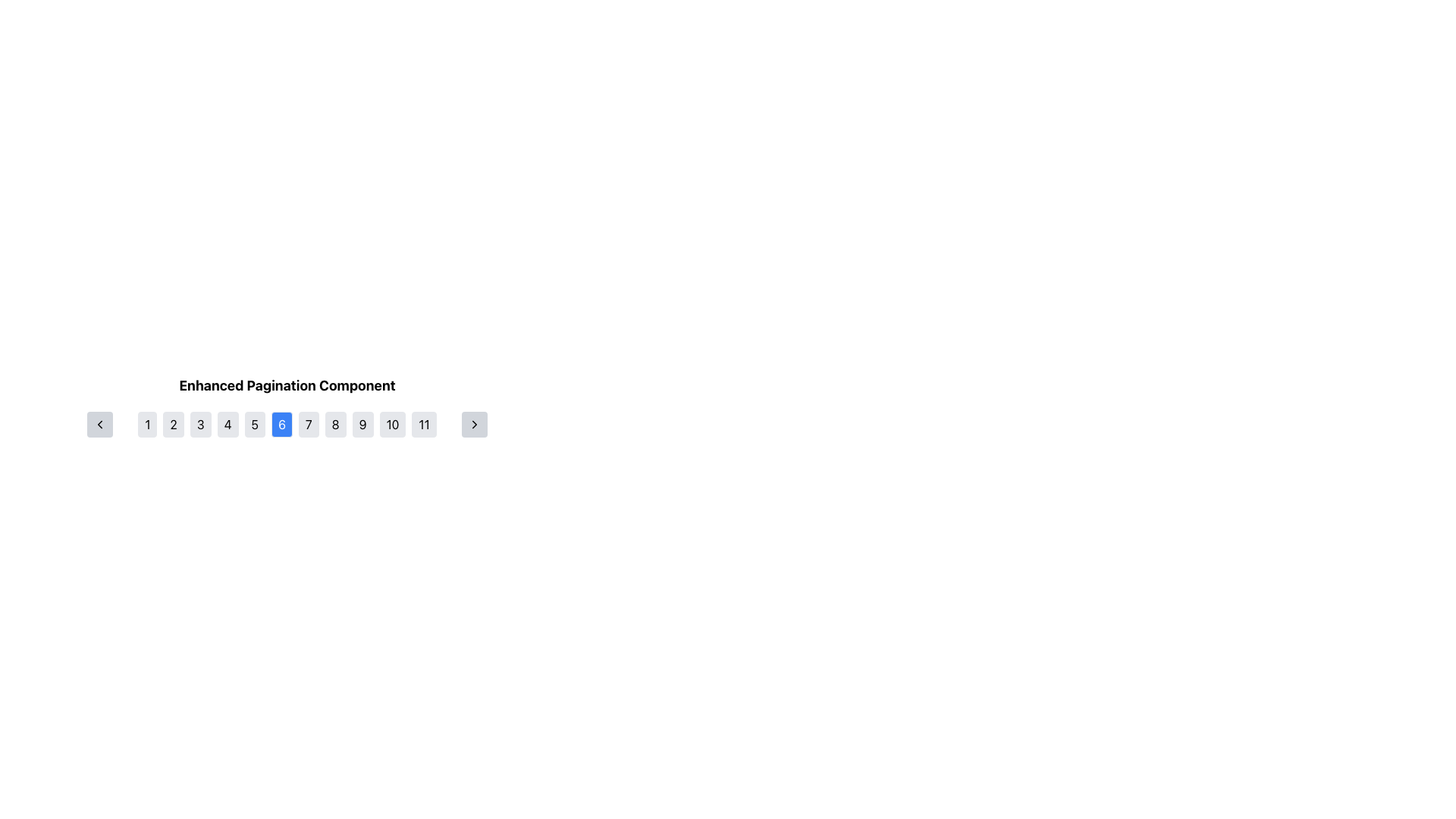 Image resolution: width=1456 pixels, height=819 pixels. What do you see at coordinates (255, 424) in the screenshot?
I see `the pagination button labeled '5'` at bounding box center [255, 424].